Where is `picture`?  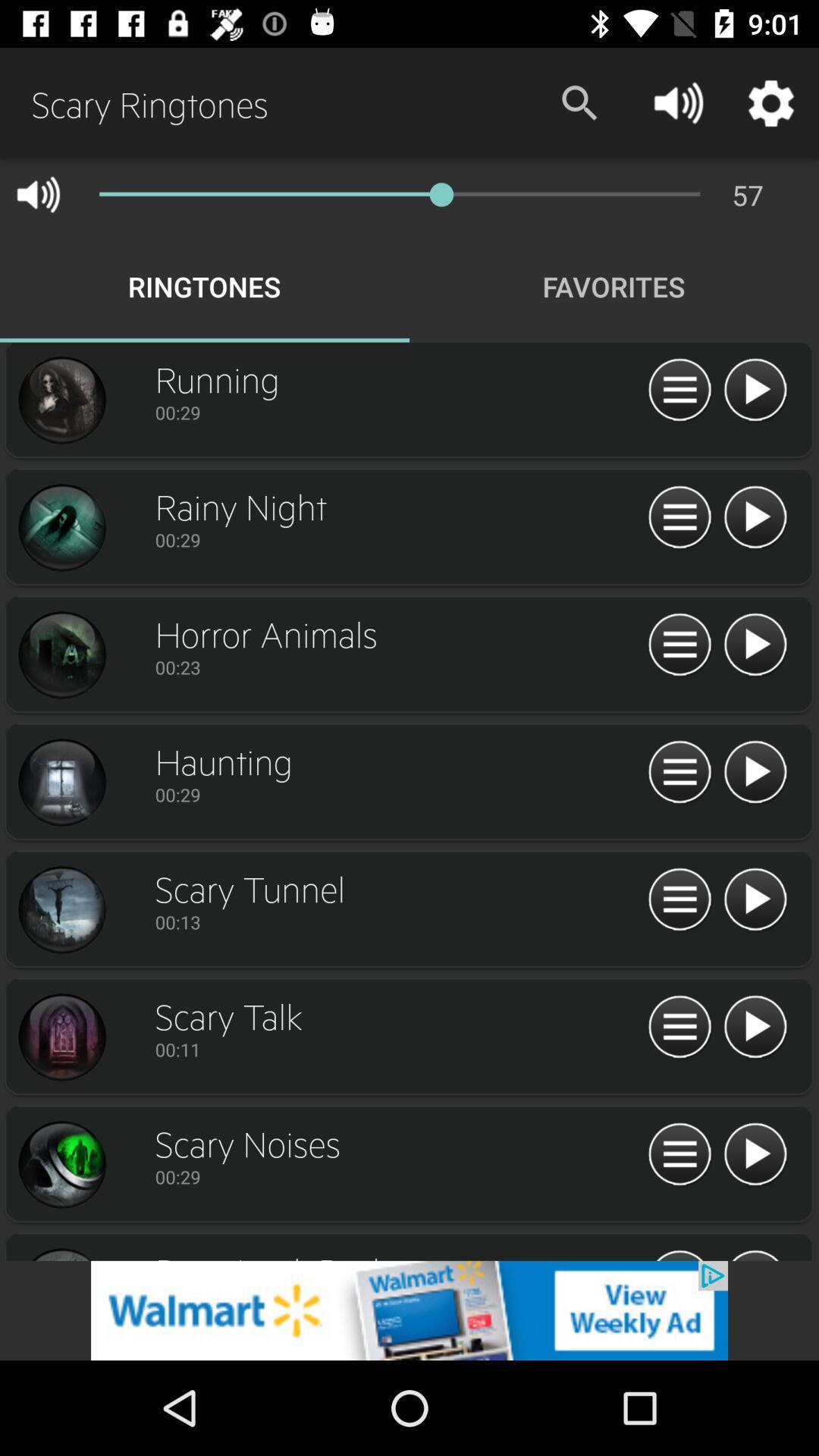
picture is located at coordinates (61, 528).